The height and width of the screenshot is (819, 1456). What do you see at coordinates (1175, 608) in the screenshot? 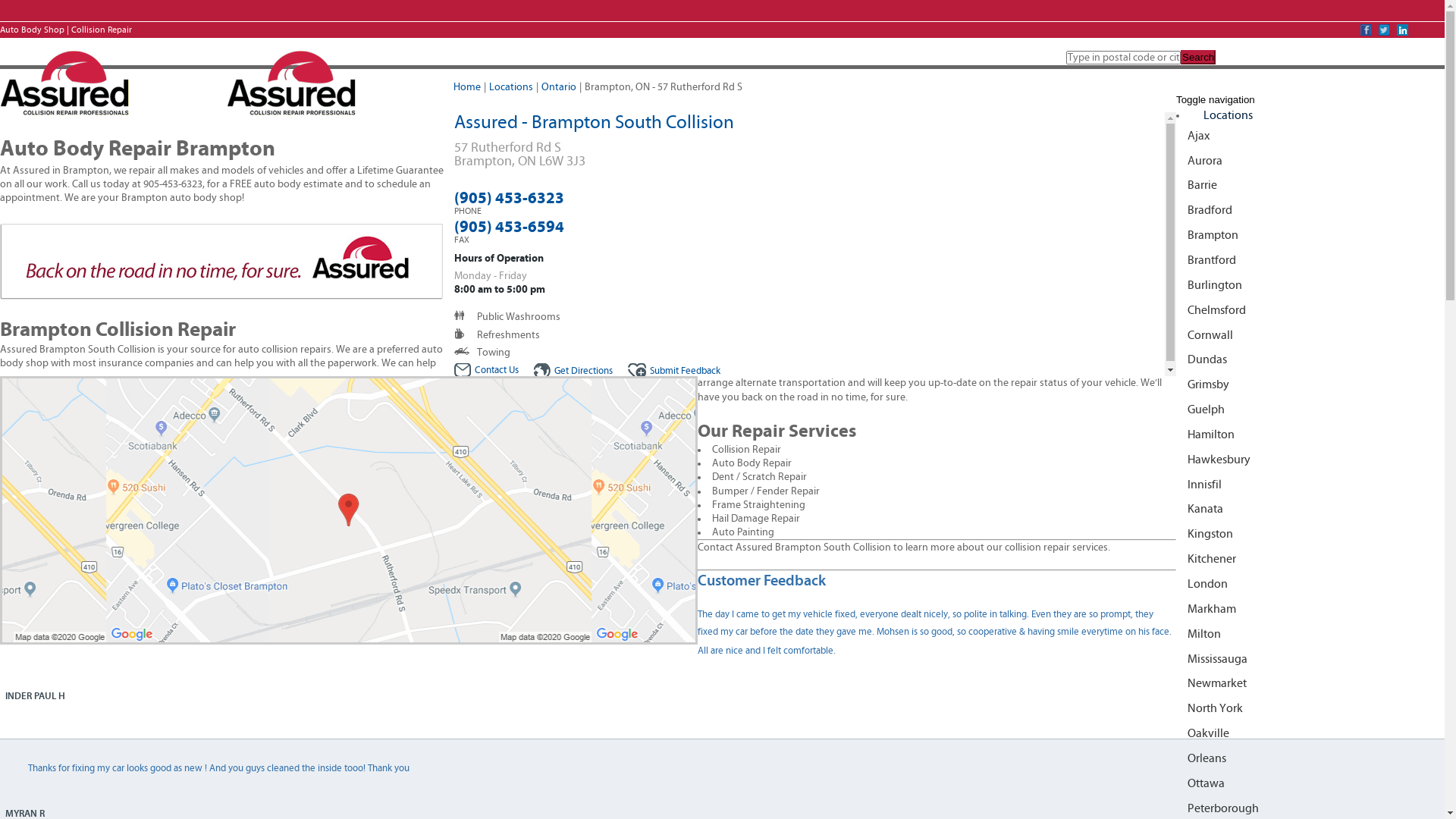
I see `'Markham'` at bounding box center [1175, 608].